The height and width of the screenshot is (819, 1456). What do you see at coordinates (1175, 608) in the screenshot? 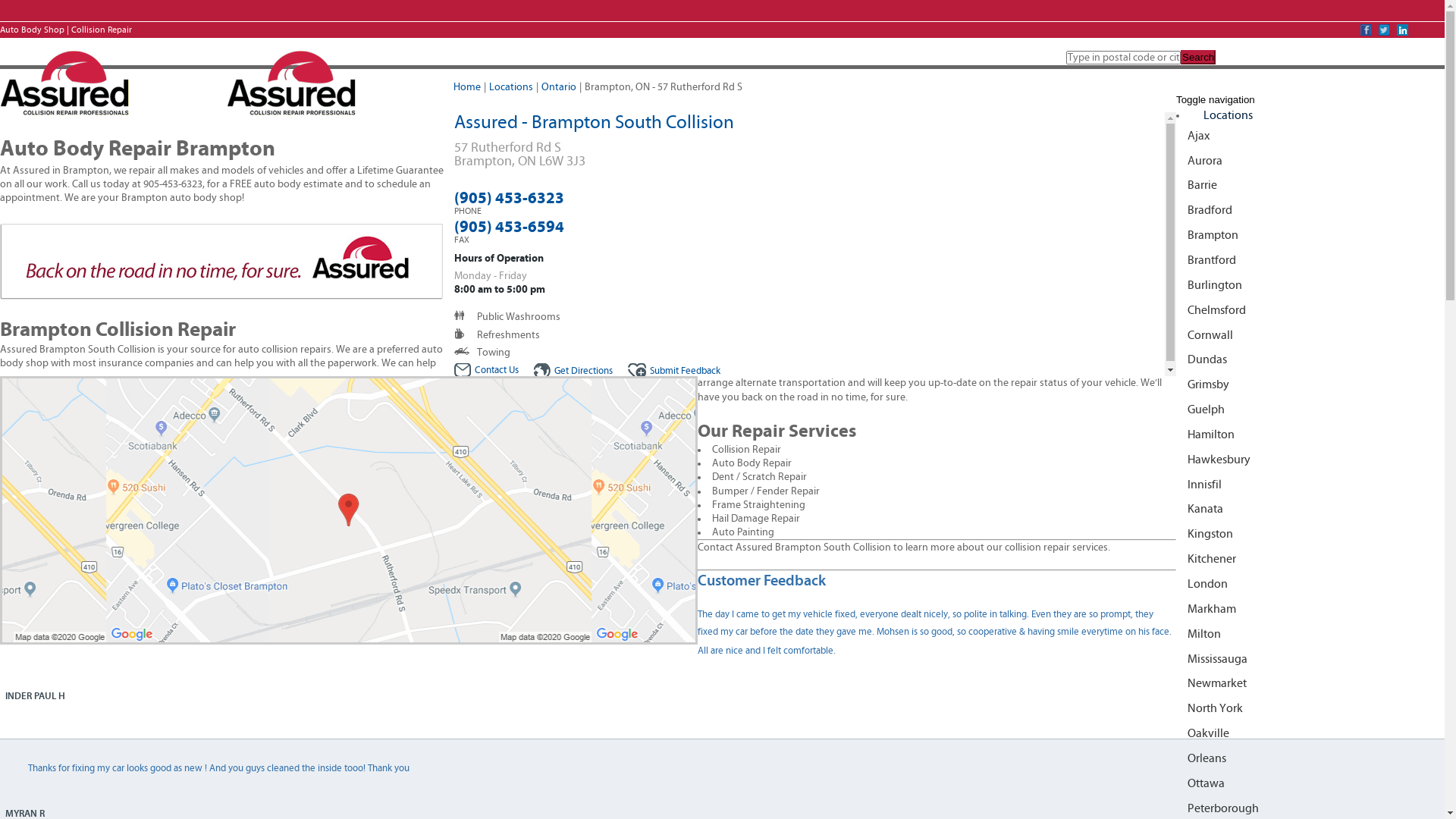
I see `'Markham'` at bounding box center [1175, 608].